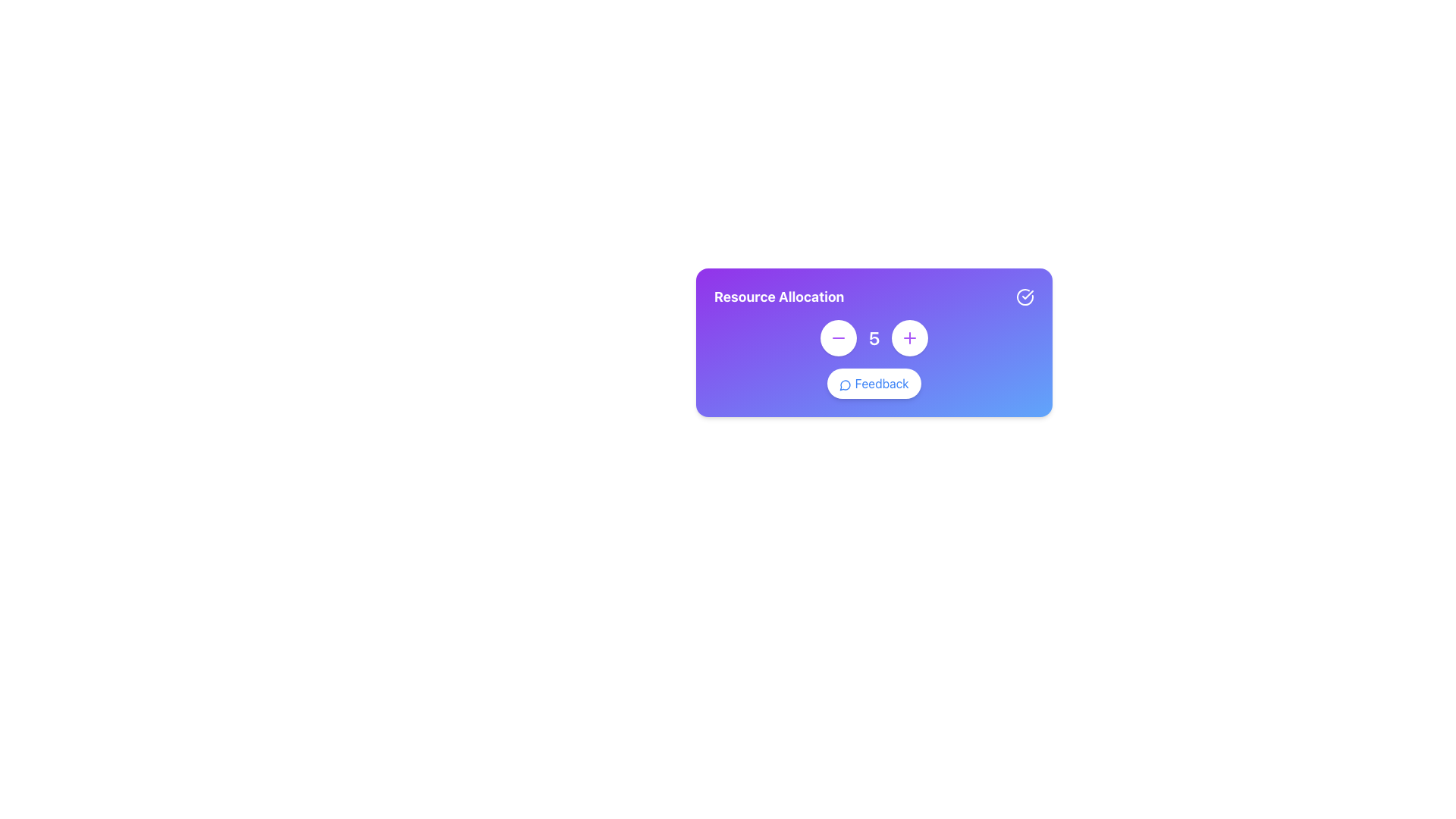  I want to click on the feedback button located at the bottom center of the panel, distinguished by its white background and blue text, to initiate feedback submission, so click(874, 382).